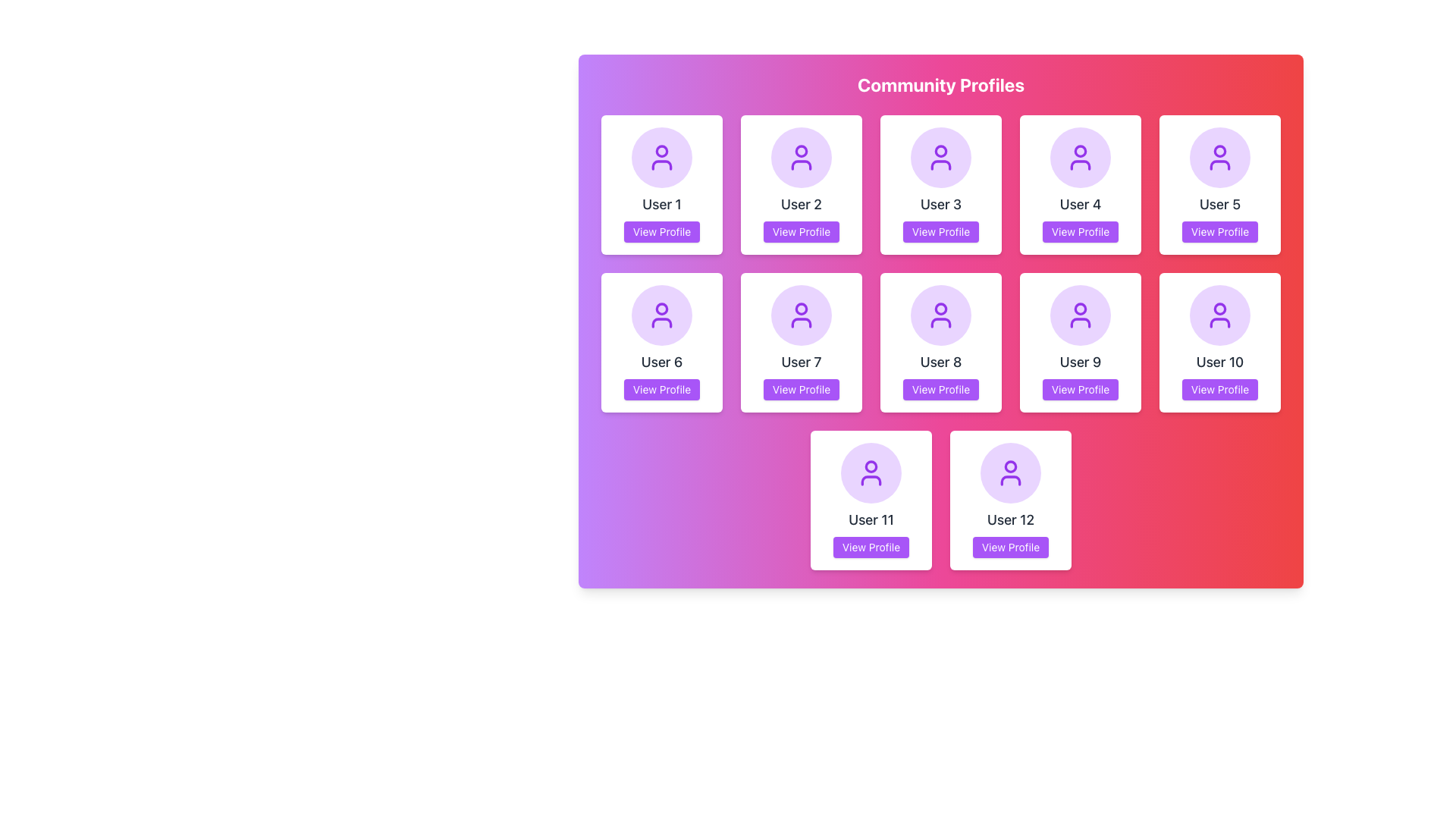 The height and width of the screenshot is (819, 1456). Describe the element at coordinates (1011, 500) in the screenshot. I see `displayed user information from the card containing the avatar, label 'User 12', and button 'View Profile', which is the twelfth card in a 4x3 grid layout` at that location.